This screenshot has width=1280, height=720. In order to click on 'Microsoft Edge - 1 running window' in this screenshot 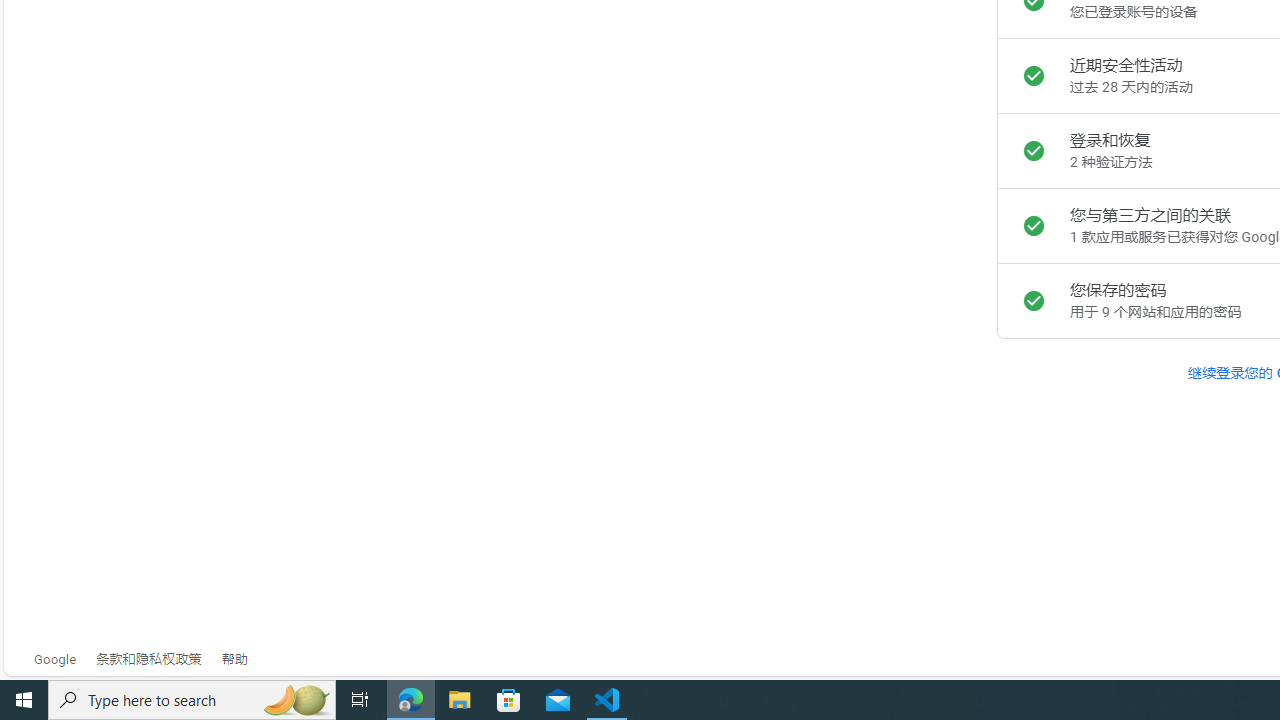, I will do `click(410, 698)`.